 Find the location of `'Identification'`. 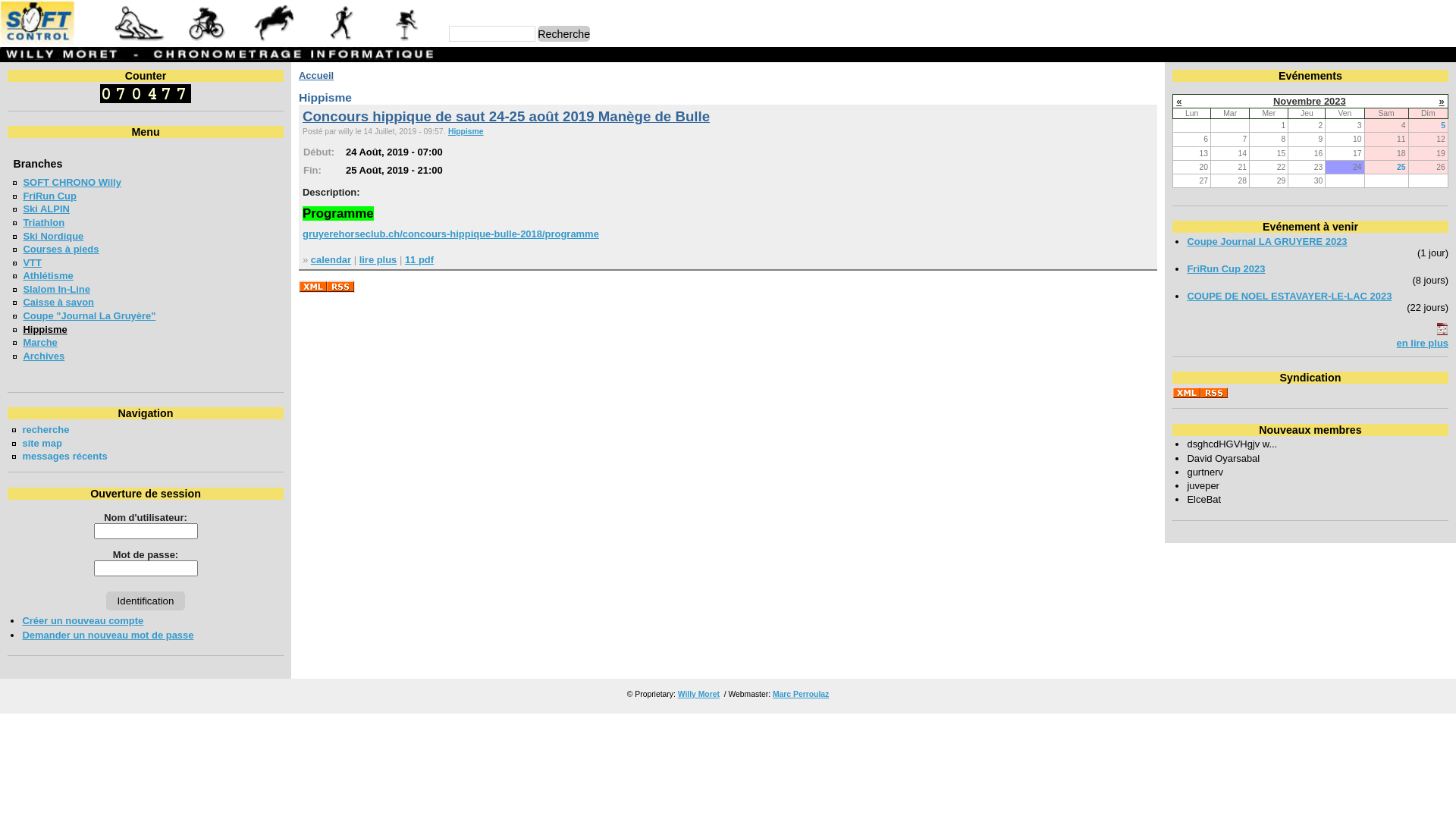

'Identification' is located at coordinates (146, 600).